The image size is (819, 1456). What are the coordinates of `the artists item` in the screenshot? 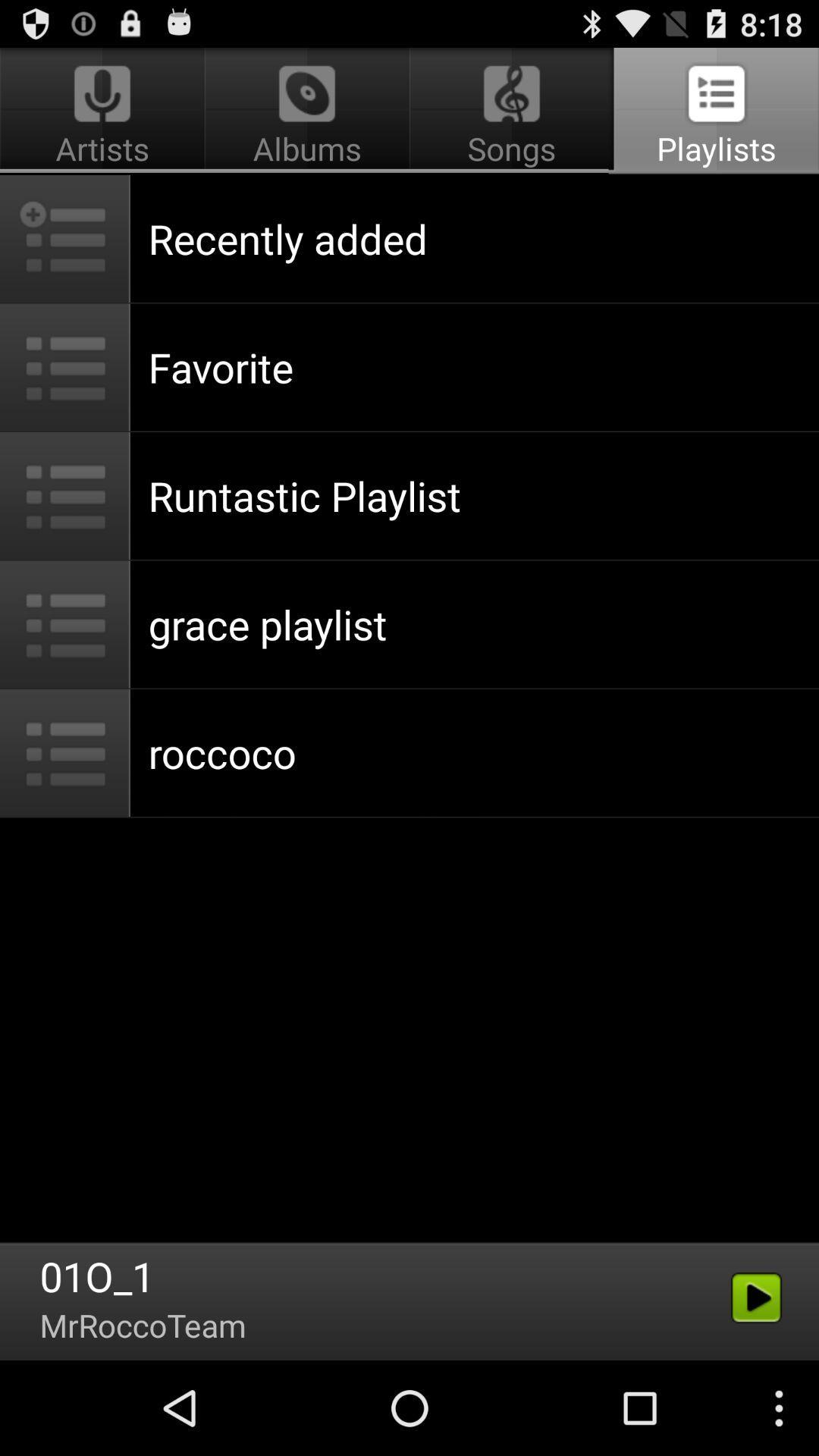 It's located at (104, 111).